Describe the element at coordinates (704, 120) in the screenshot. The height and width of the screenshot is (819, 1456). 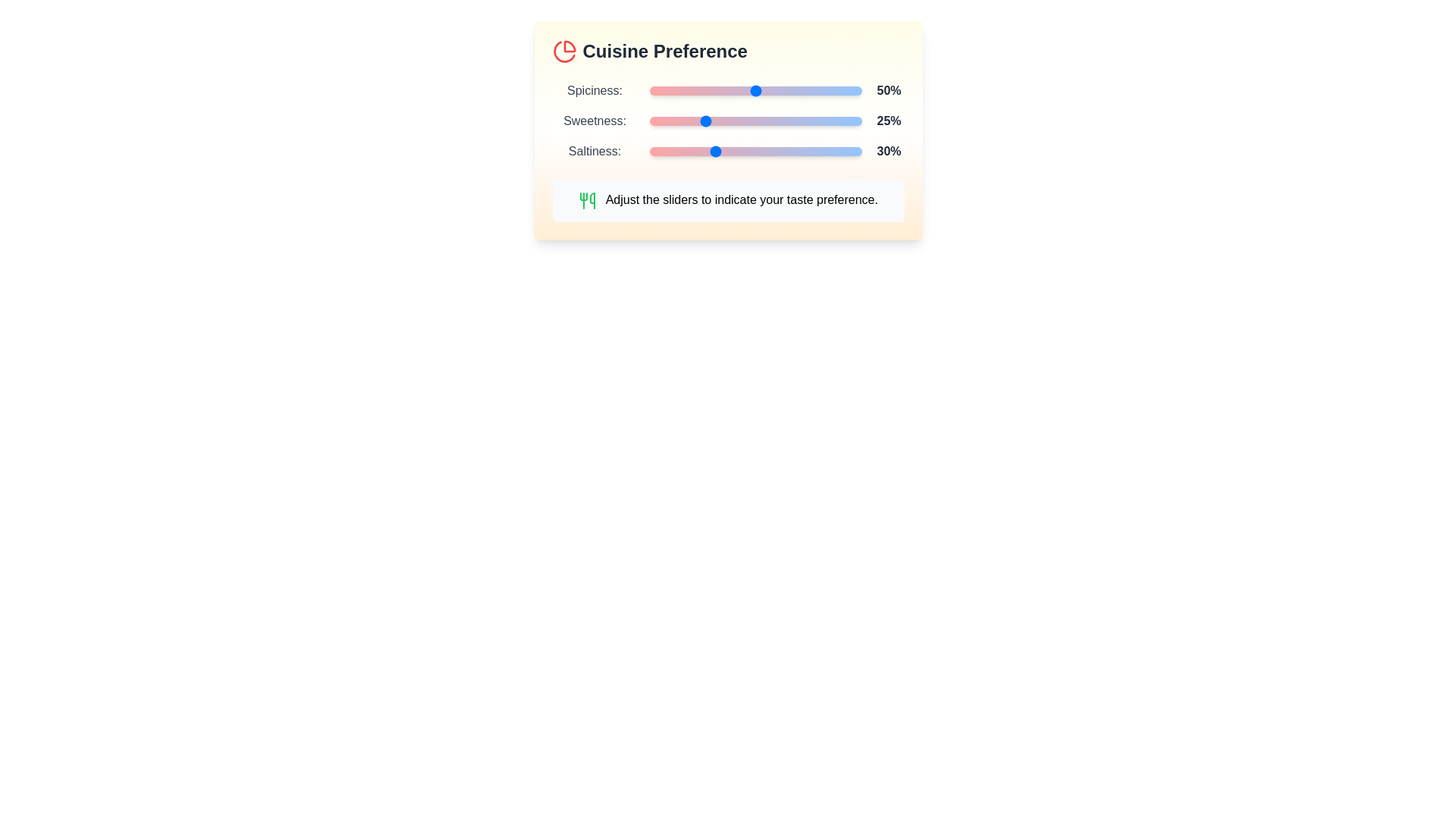
I see `the sweetness slider to 26%` at that location.